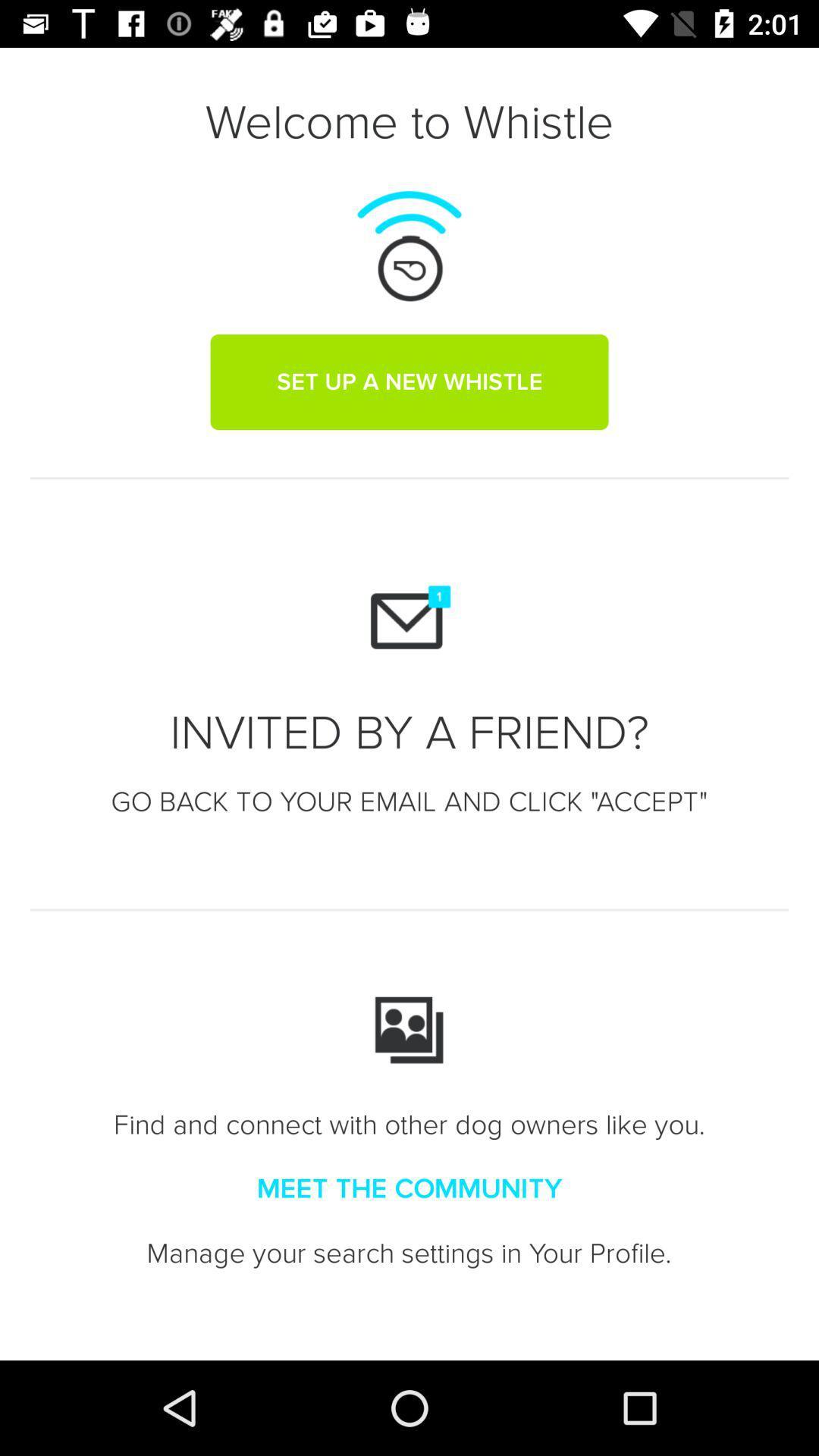 This screenshot has height=1456, width=819. What do you see at coordinates (409, 1188) in the screenshot?
I see `the meet the community item` at bounding box center [409, 1188].